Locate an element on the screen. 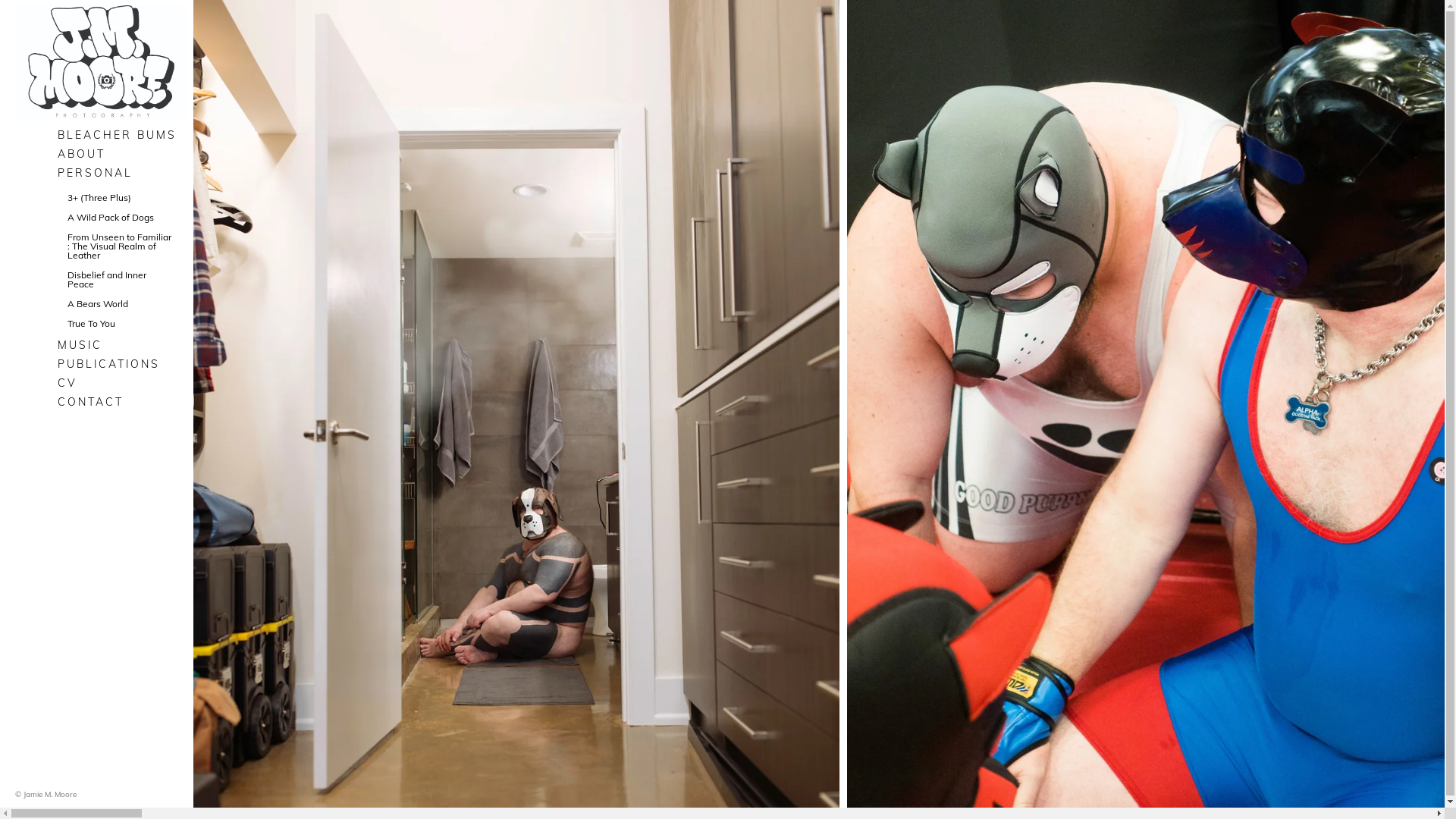 The image size is (1456, 819). 'ABOUT' is located at coordinates (51, 154).